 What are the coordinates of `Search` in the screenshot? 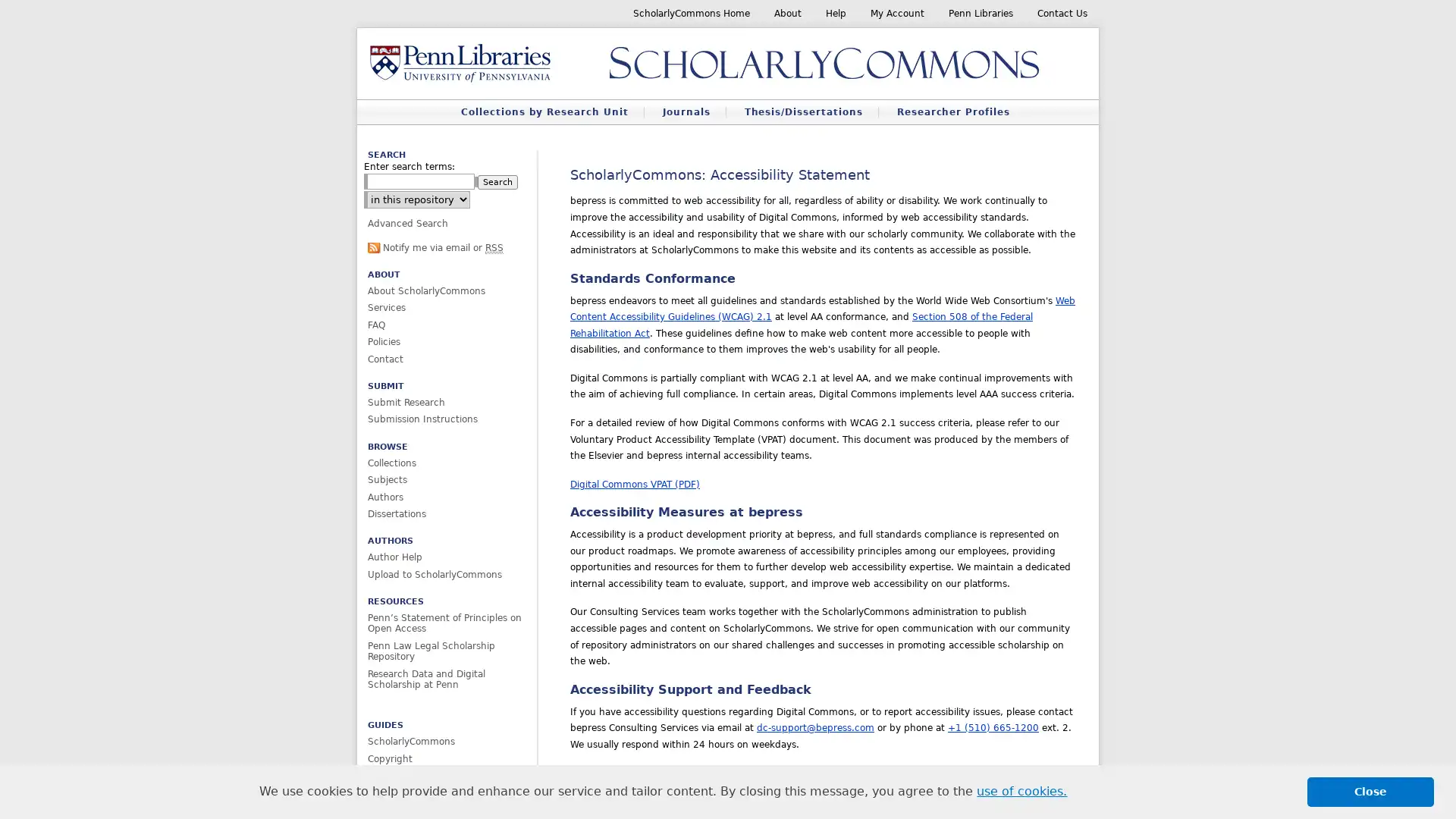 It's located at (497, 181).